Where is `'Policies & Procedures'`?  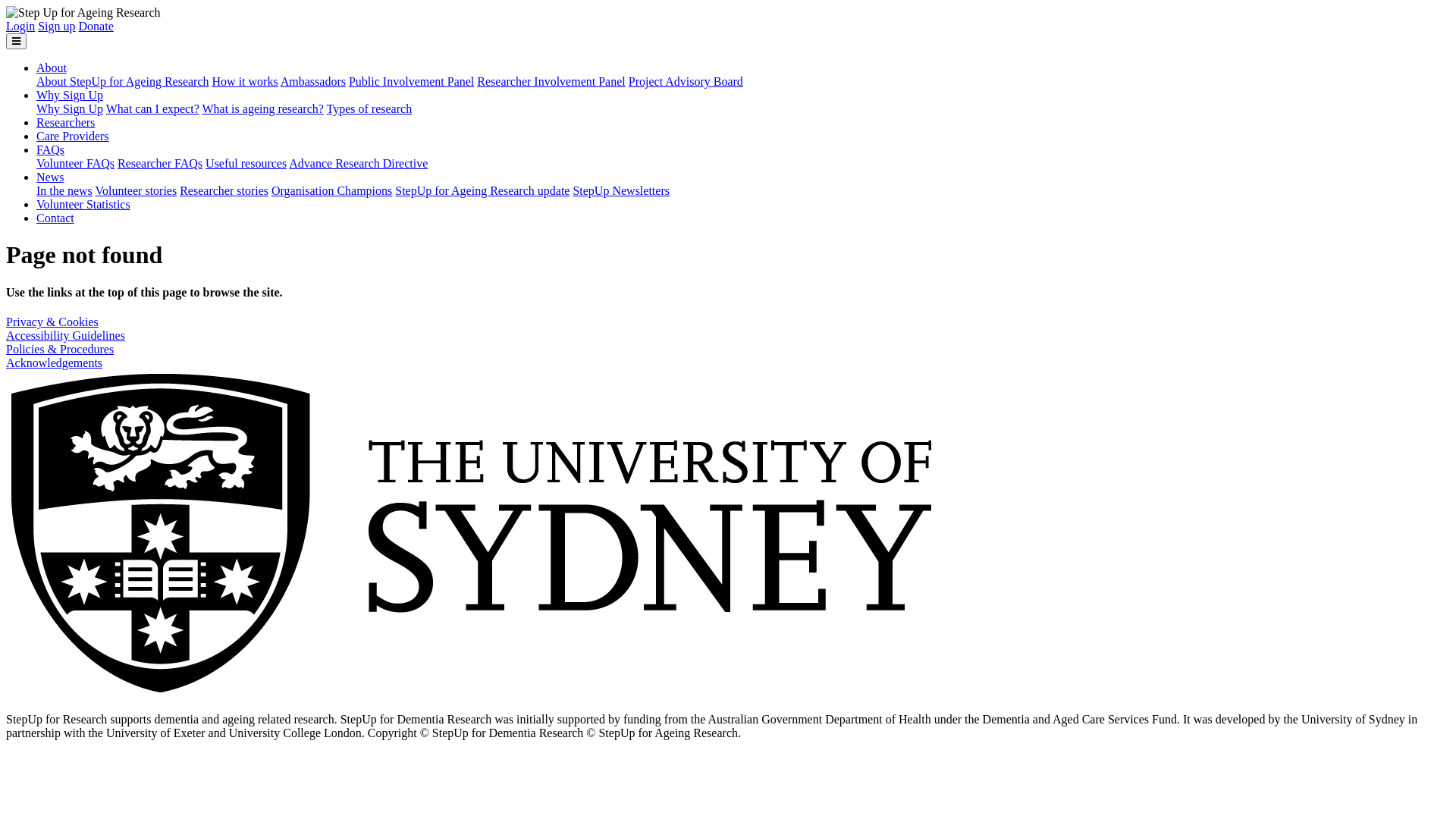 'Policies & Procedures' is located at coordinates (59, 349).